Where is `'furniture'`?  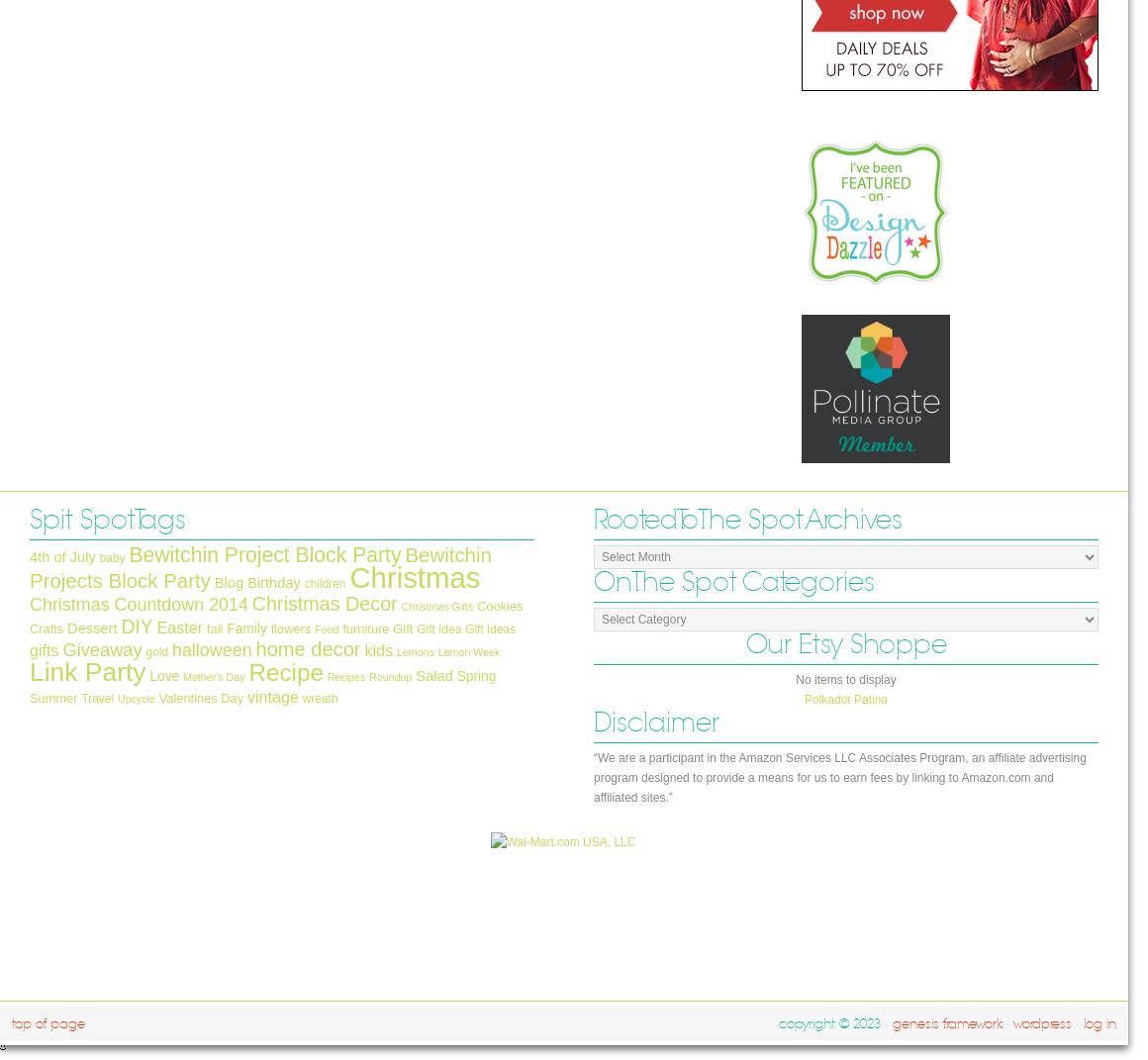 'furniture' is located at coordinates (365, 627).